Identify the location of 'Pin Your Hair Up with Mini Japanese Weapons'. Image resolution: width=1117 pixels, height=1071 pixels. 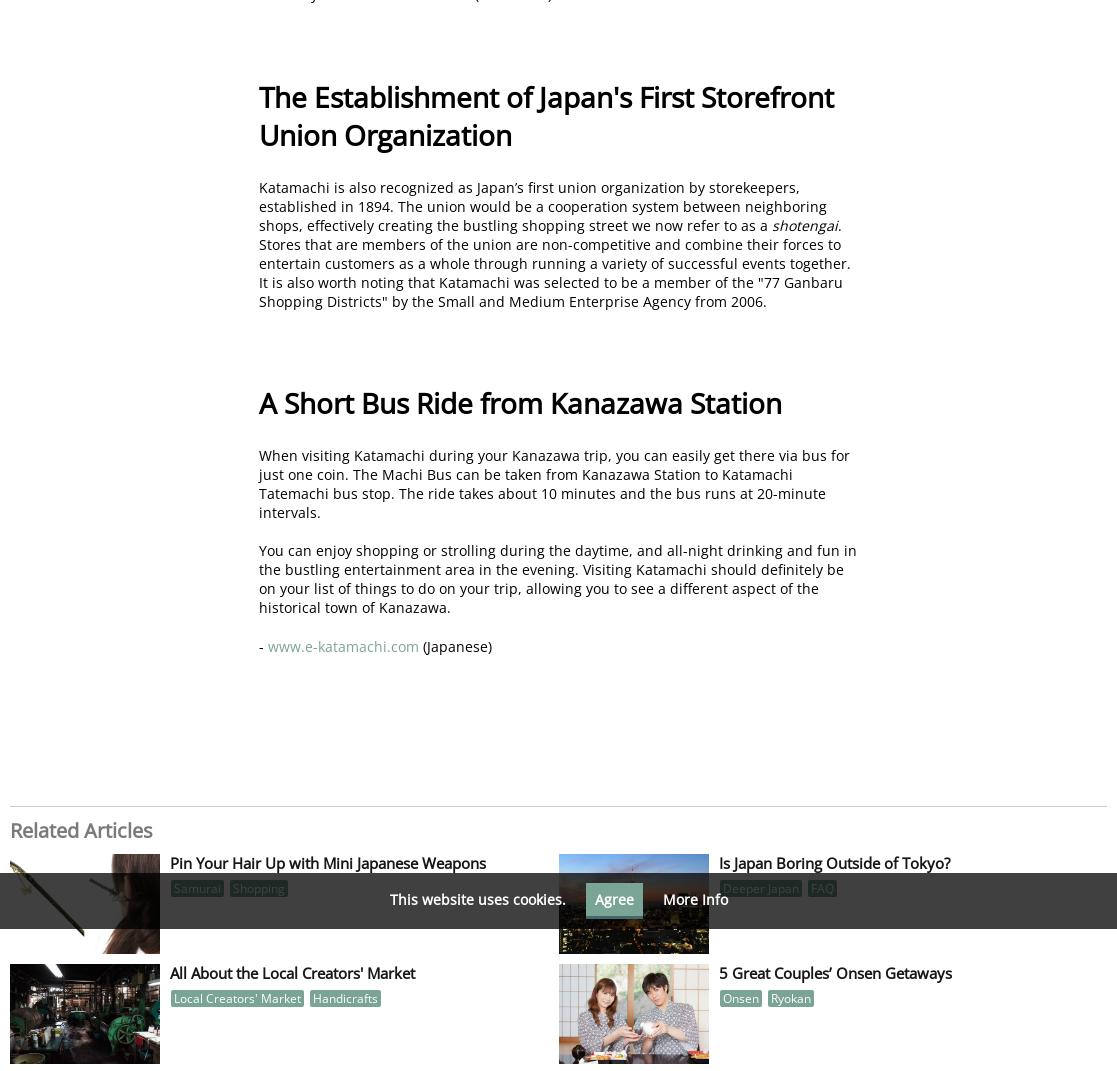
(326, 862).